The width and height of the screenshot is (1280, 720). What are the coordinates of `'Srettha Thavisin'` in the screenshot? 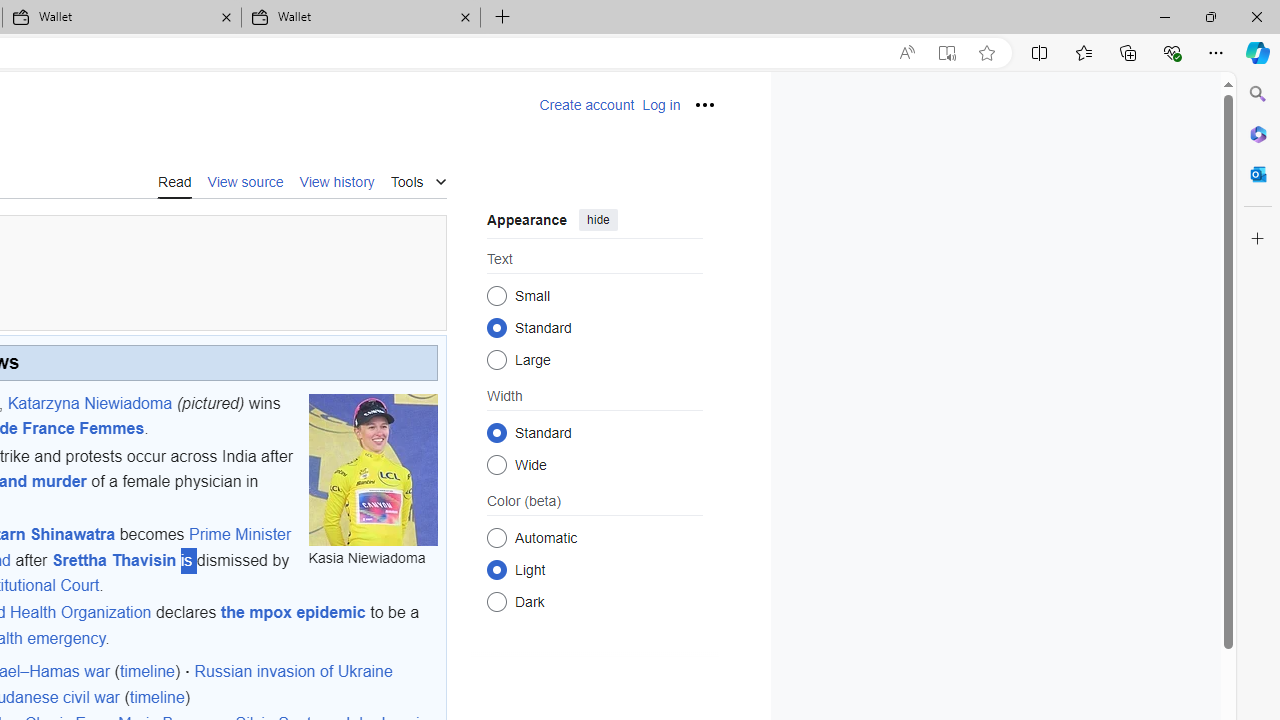 It's located at (112, 559).